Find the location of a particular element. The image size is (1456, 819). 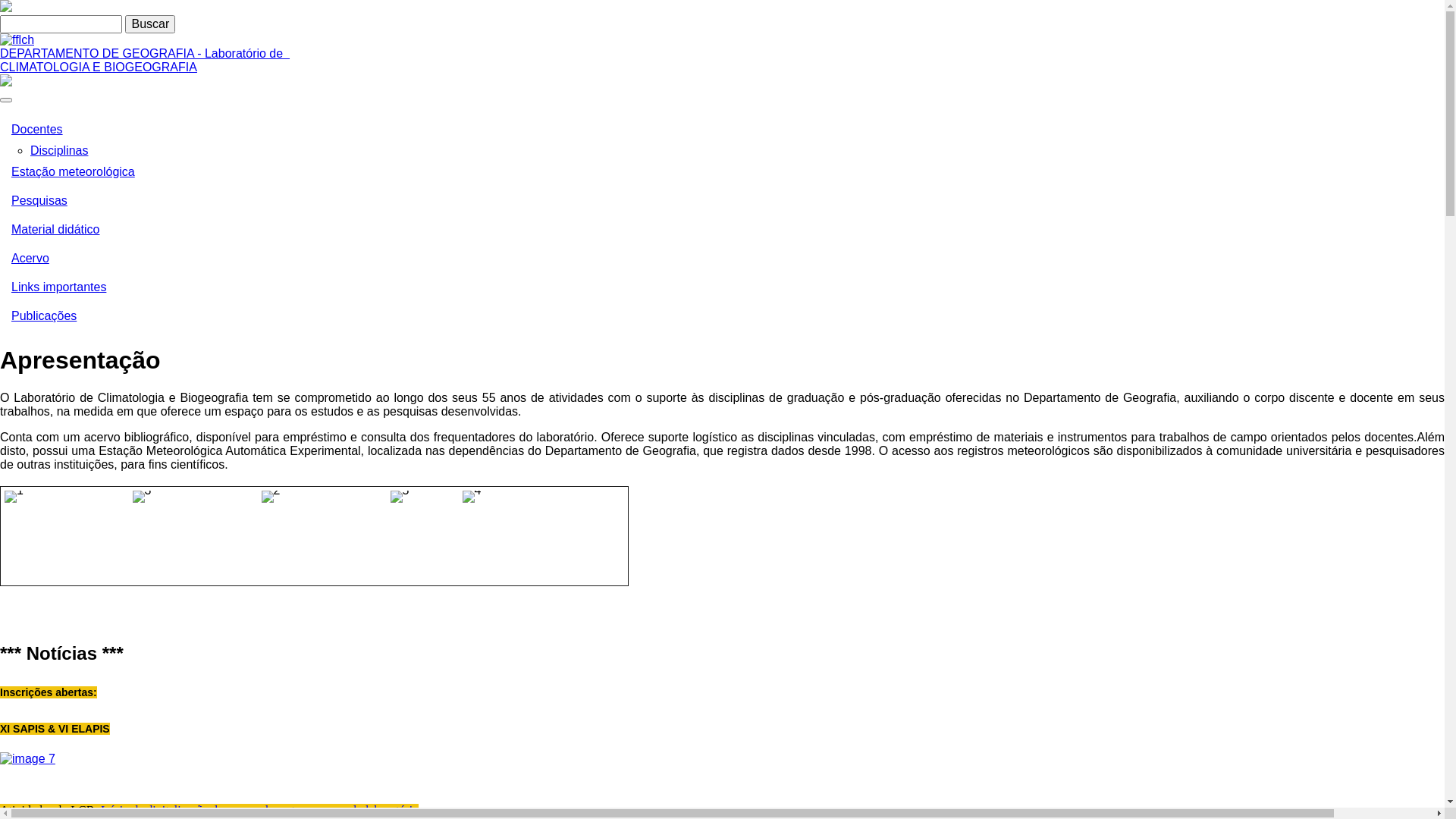

'SAPIS' is located at coordinates (27, 758).